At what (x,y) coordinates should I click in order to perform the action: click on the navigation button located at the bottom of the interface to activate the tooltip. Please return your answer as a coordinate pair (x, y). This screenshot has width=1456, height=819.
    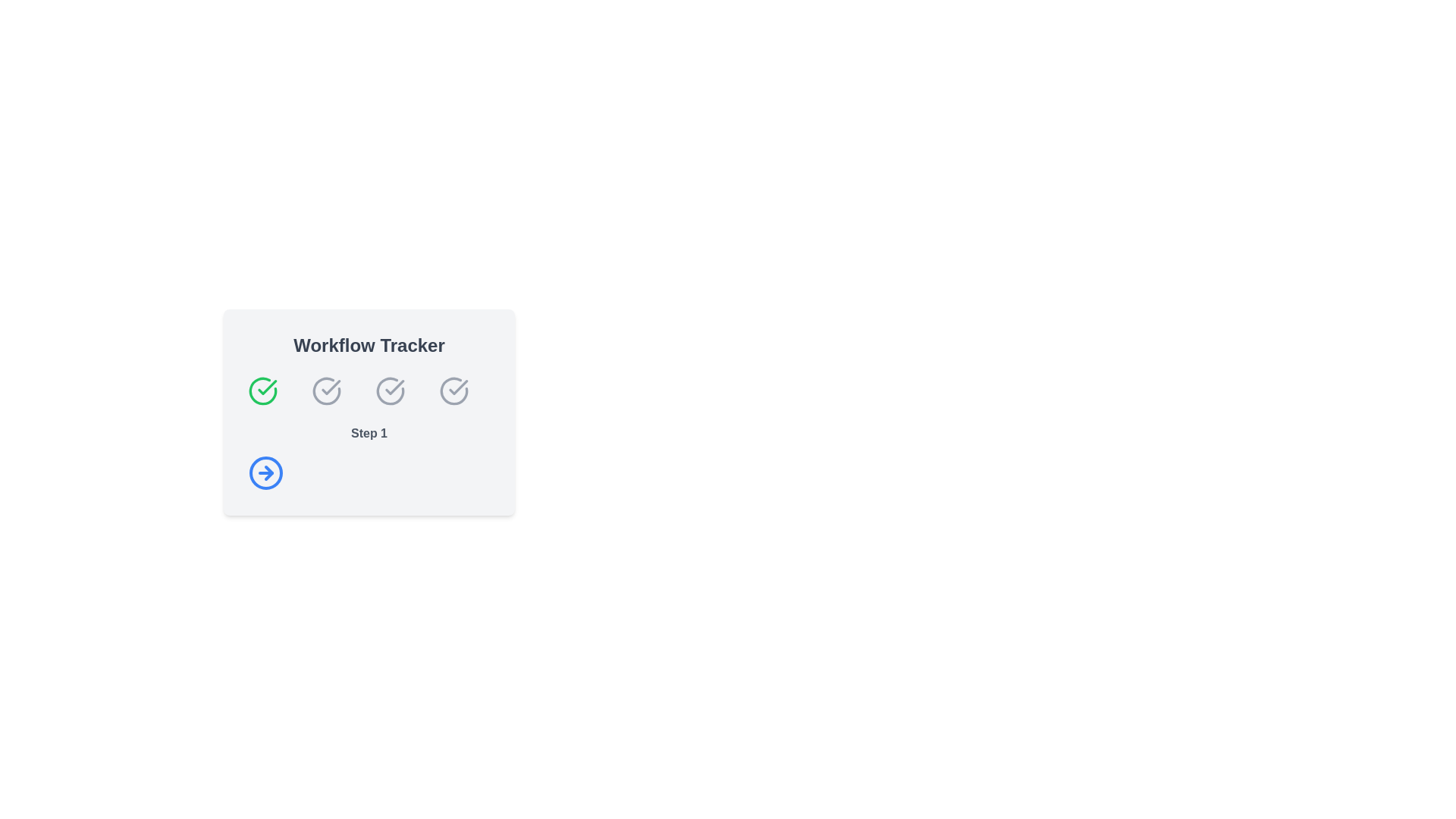
    Looking at the image, I should click on (265, 472).